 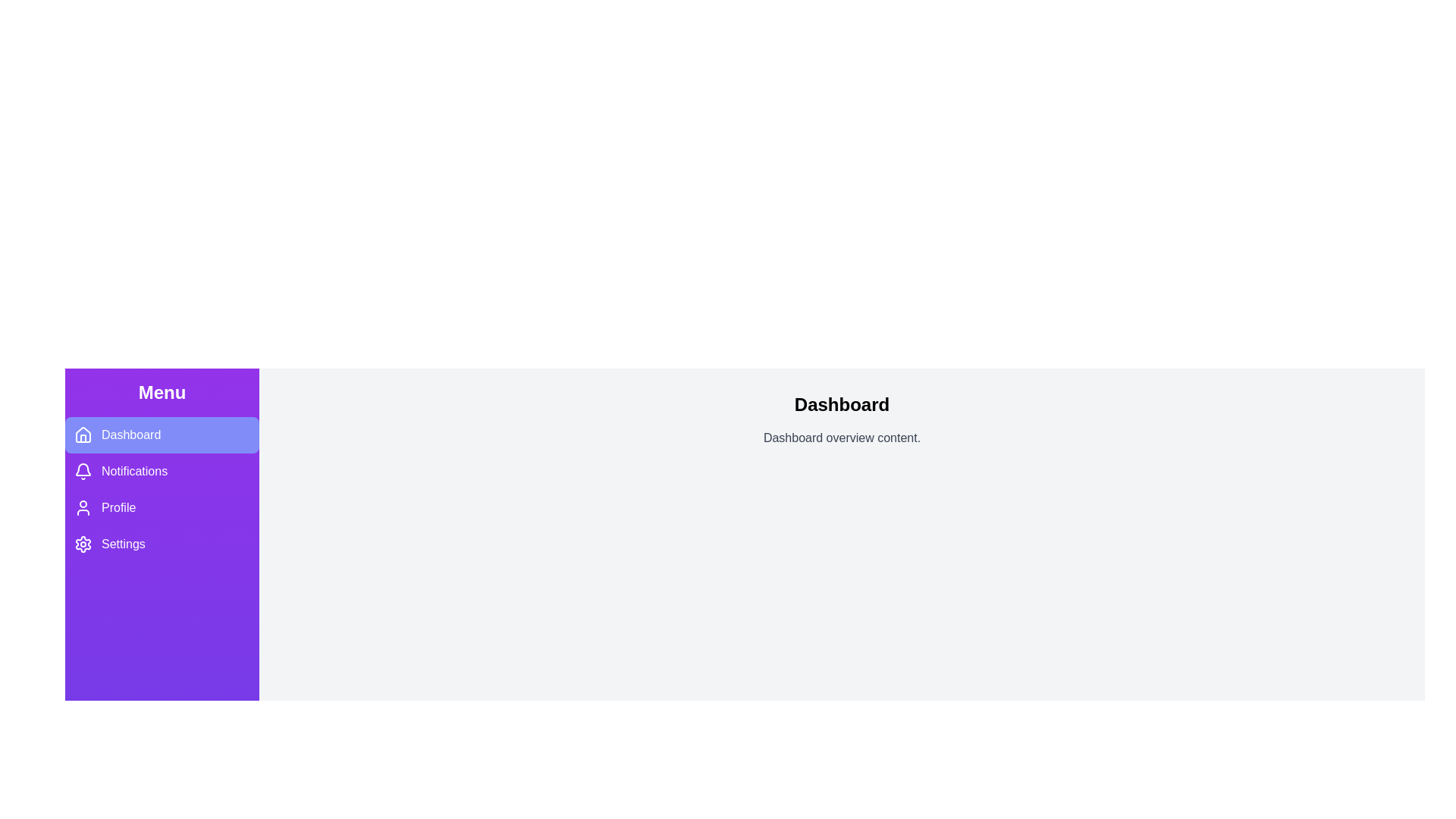 What do you see at coordinates (123, 543) in the screenshot?
I see `the 'Settings' text label in the purple sidebar menu` at bounding box center [123, 543].